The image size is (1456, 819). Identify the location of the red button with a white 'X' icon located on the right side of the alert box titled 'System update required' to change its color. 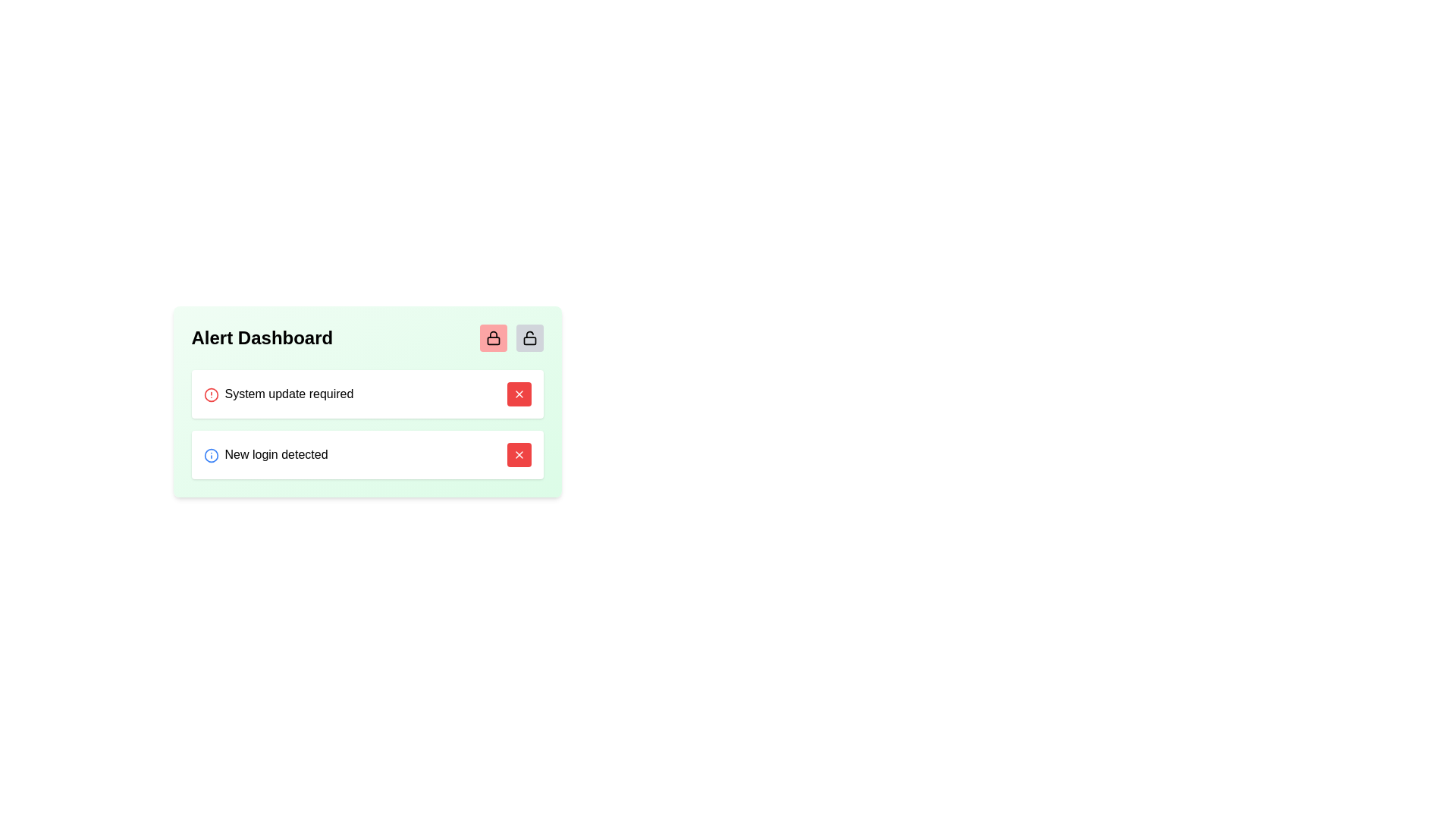
(519, 394).